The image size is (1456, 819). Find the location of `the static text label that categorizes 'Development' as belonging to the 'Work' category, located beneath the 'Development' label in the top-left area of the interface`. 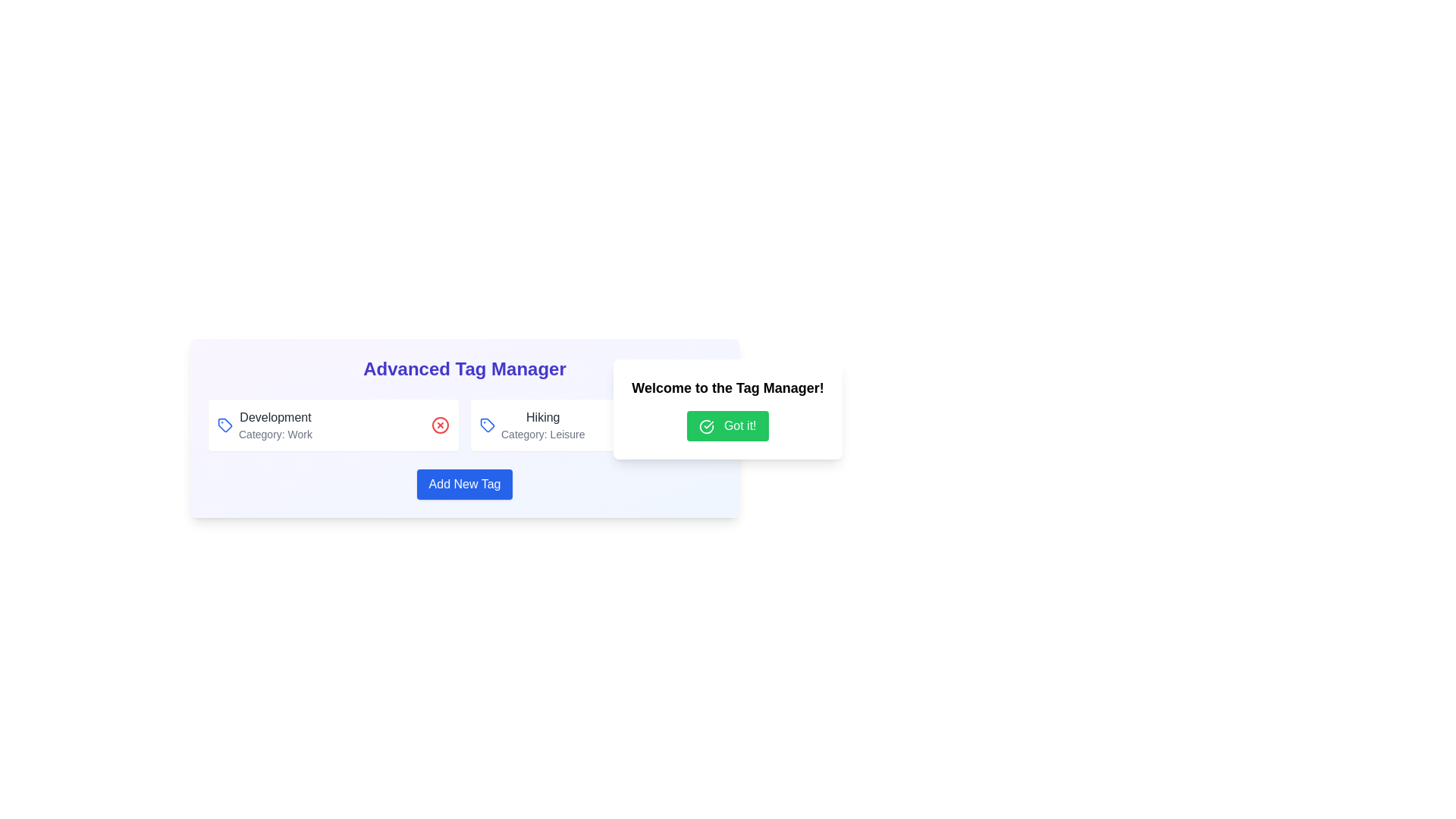

the static text label that categorizes 'Development' as belonging to the 'Work' category, located beneath the 'Development' label in the top-left area of the interface is located at coordinates (275, 435).